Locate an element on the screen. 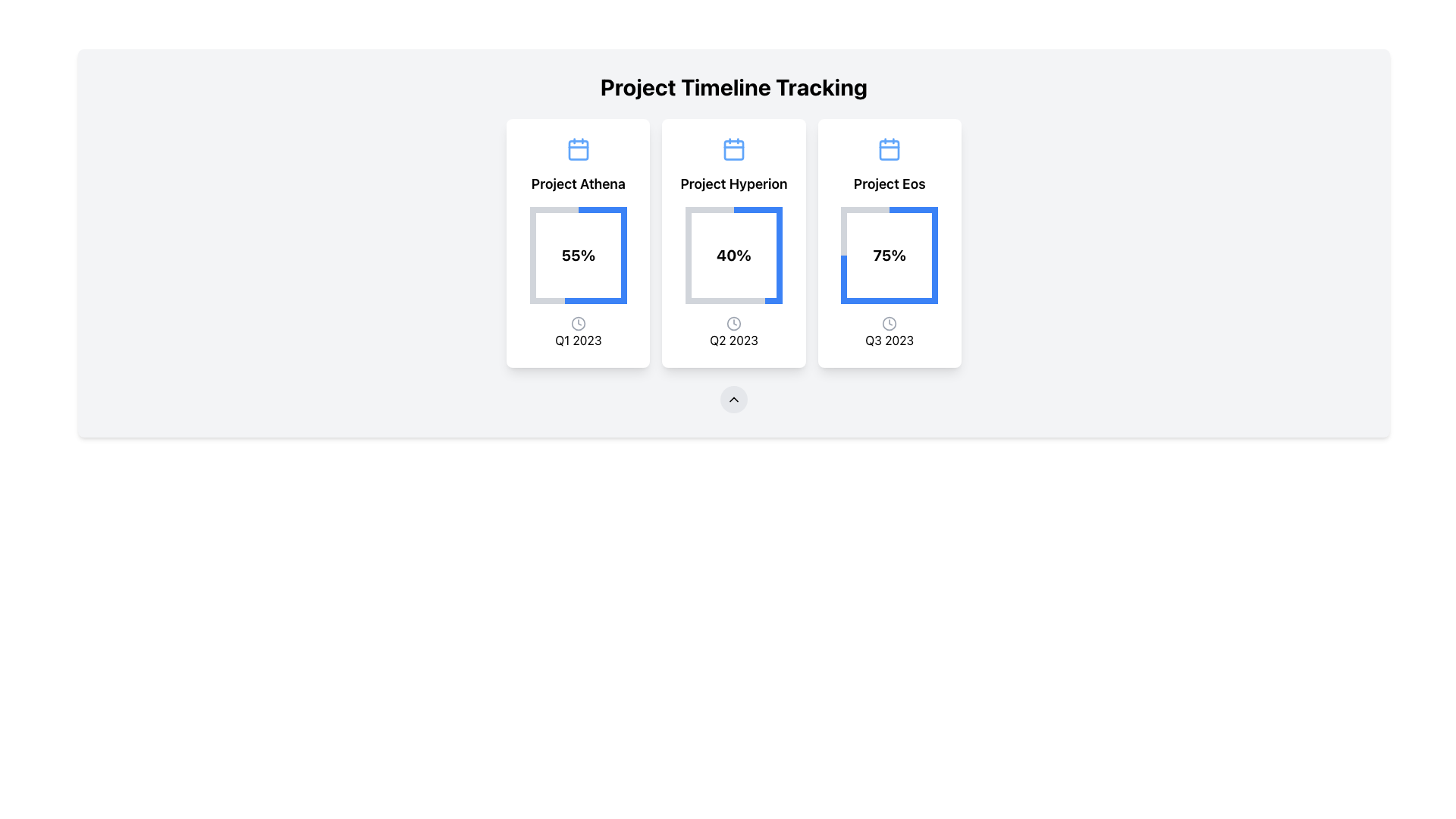  the text label that serves as the title for the associated card, located at the top section of the rightmost card in a row of three cards, directly below a small calendar icon is located at coordinates (890, 184).